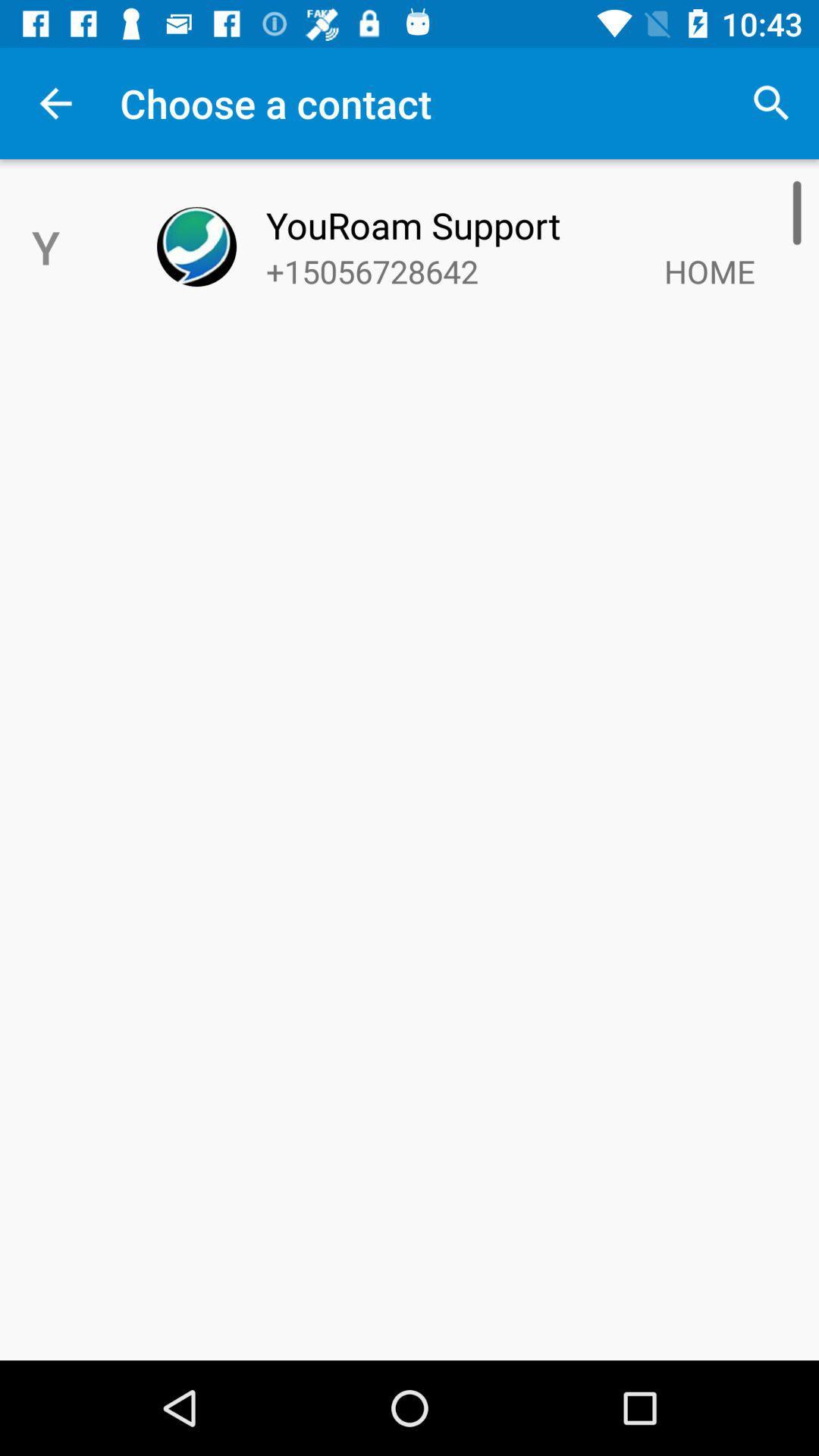  What do you see at coordinates (771, 102) in the screenshot?
I see `the icon to the right of the choose a contact item` at bounding box center [771, 102].